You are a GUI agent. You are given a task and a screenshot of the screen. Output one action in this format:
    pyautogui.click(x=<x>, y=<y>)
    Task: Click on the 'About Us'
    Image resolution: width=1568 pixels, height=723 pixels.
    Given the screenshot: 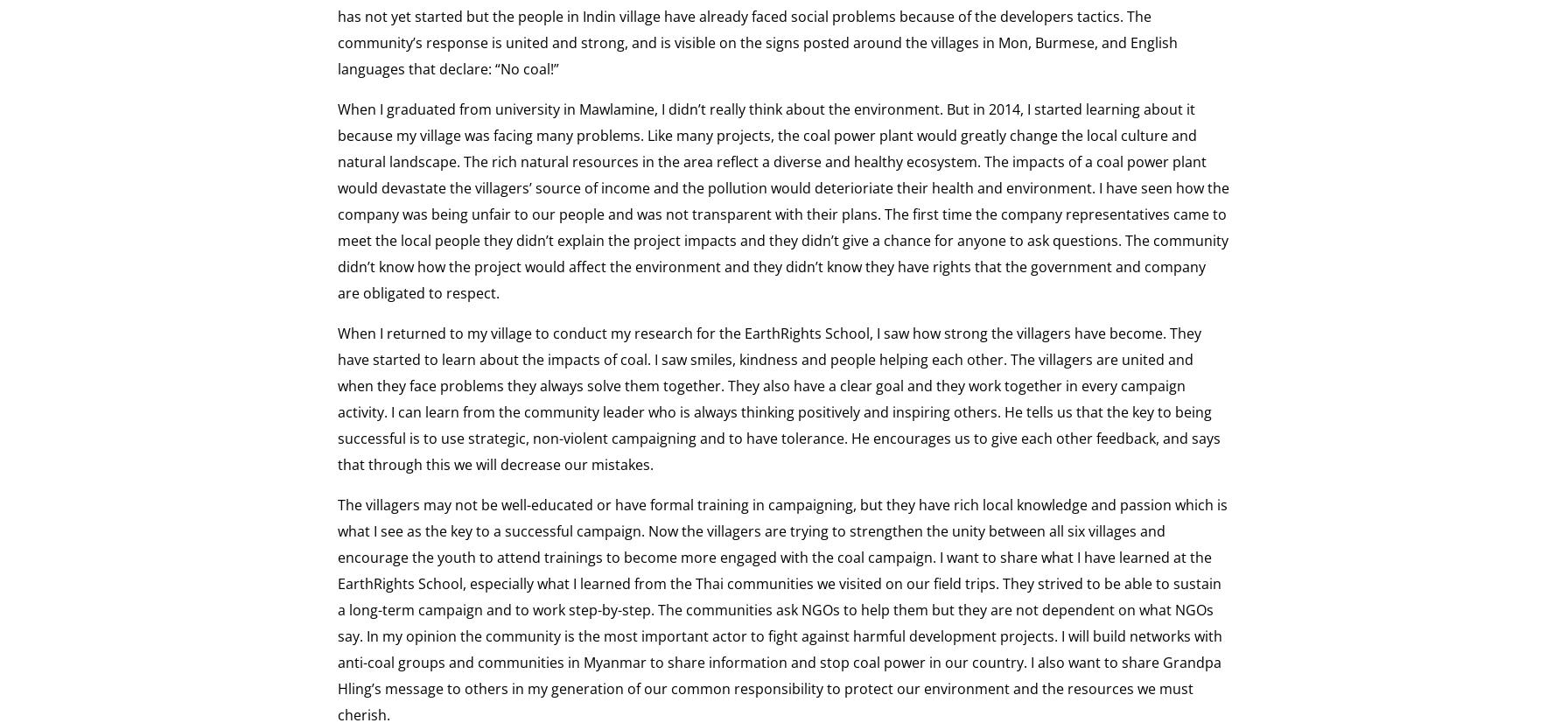 What is the action you would take?
    pyautogui.click(x=468, y=163)
    